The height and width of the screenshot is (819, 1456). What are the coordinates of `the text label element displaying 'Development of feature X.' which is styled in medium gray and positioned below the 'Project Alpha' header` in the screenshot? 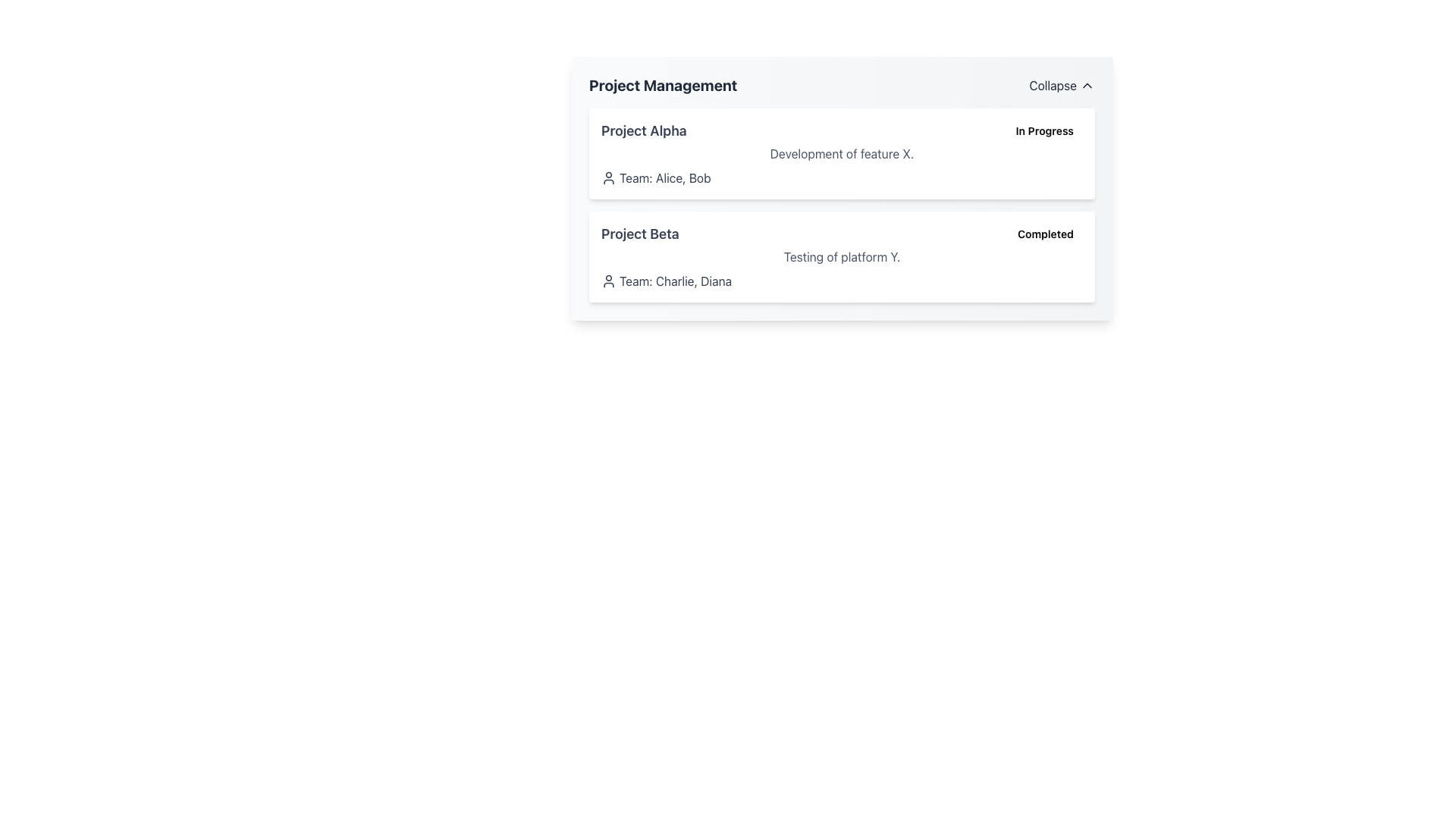 It's located at (841, 154).